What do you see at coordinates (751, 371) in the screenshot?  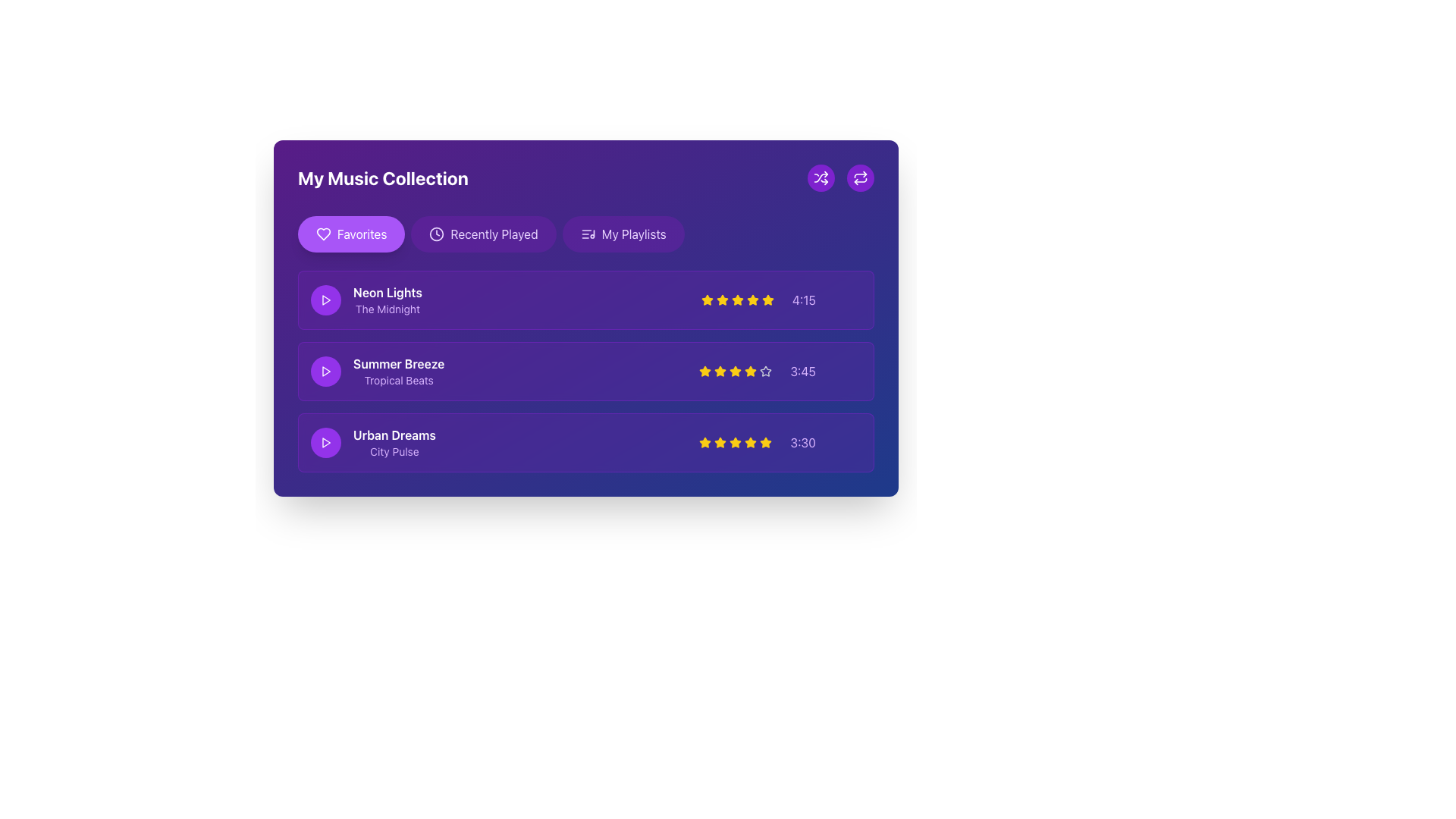 I see `the fourth rating star in the five-star rating system for the 'Summer Breeze' song` at bounding box center [751, 371].